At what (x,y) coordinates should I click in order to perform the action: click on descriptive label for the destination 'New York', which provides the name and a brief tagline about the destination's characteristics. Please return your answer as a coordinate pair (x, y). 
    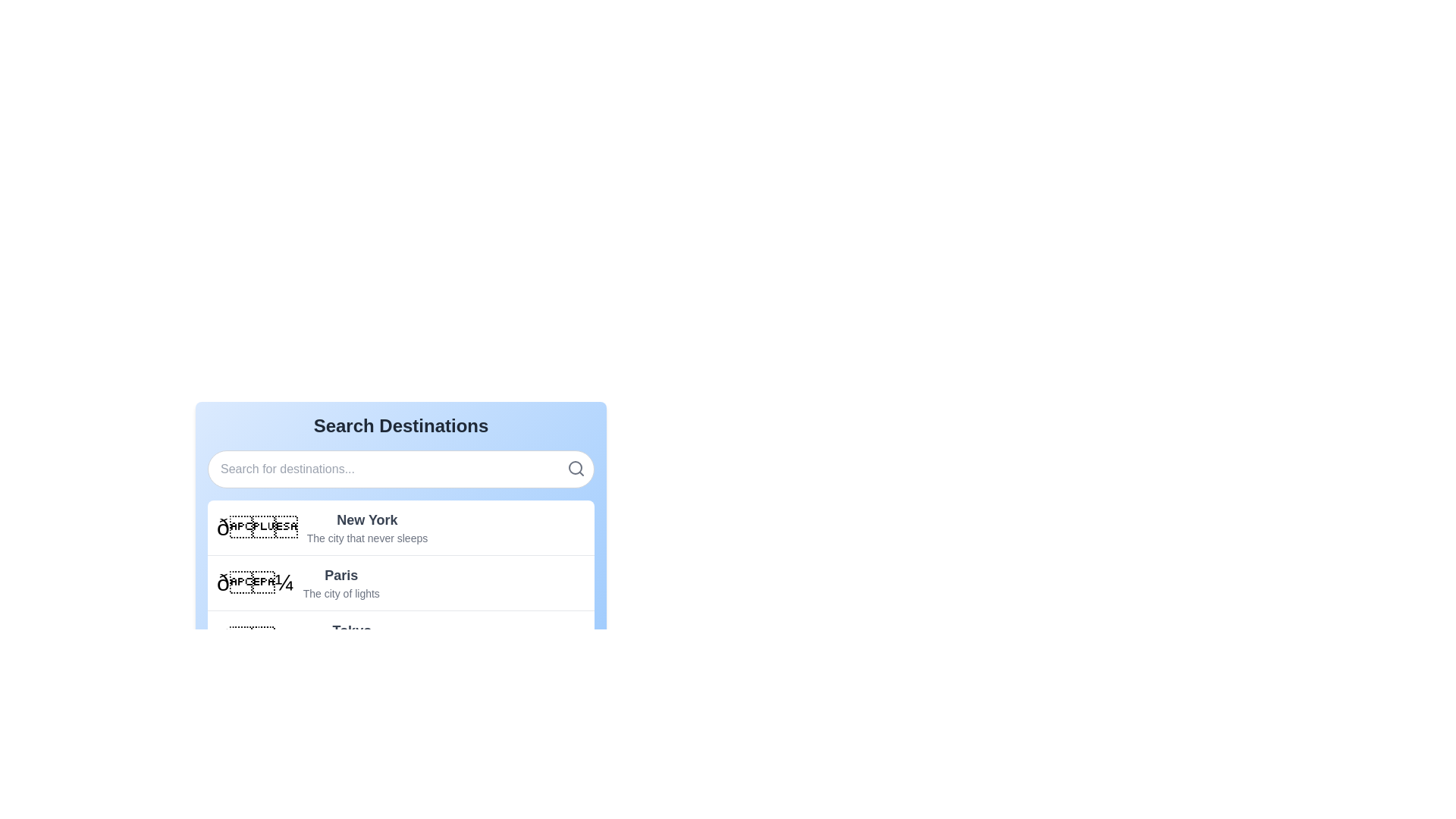
    Looking at the image, I should click on (367, 526).